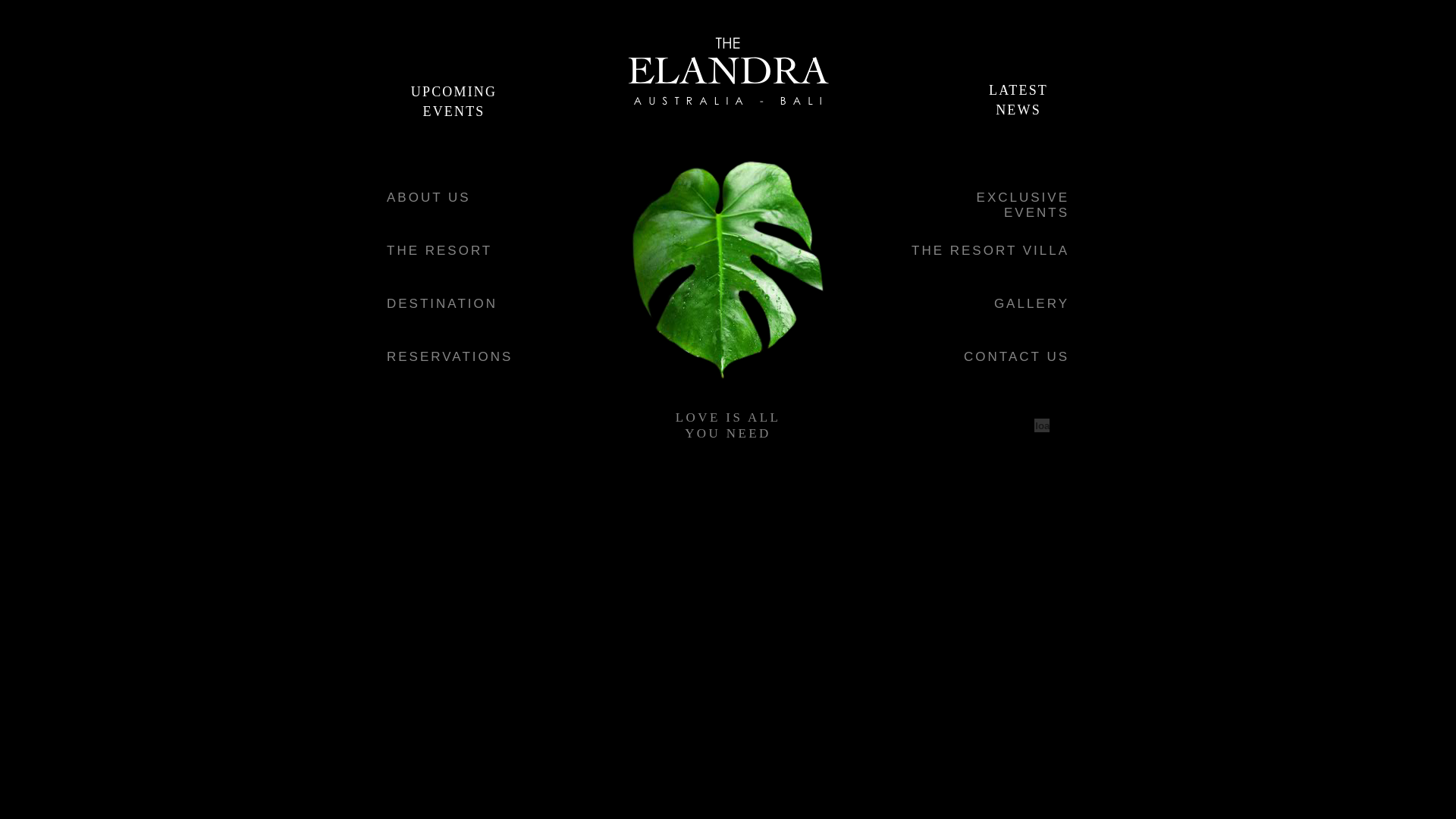 The image size is (1456, 819). I want to click on 'NEWS', so click(1018, 108).